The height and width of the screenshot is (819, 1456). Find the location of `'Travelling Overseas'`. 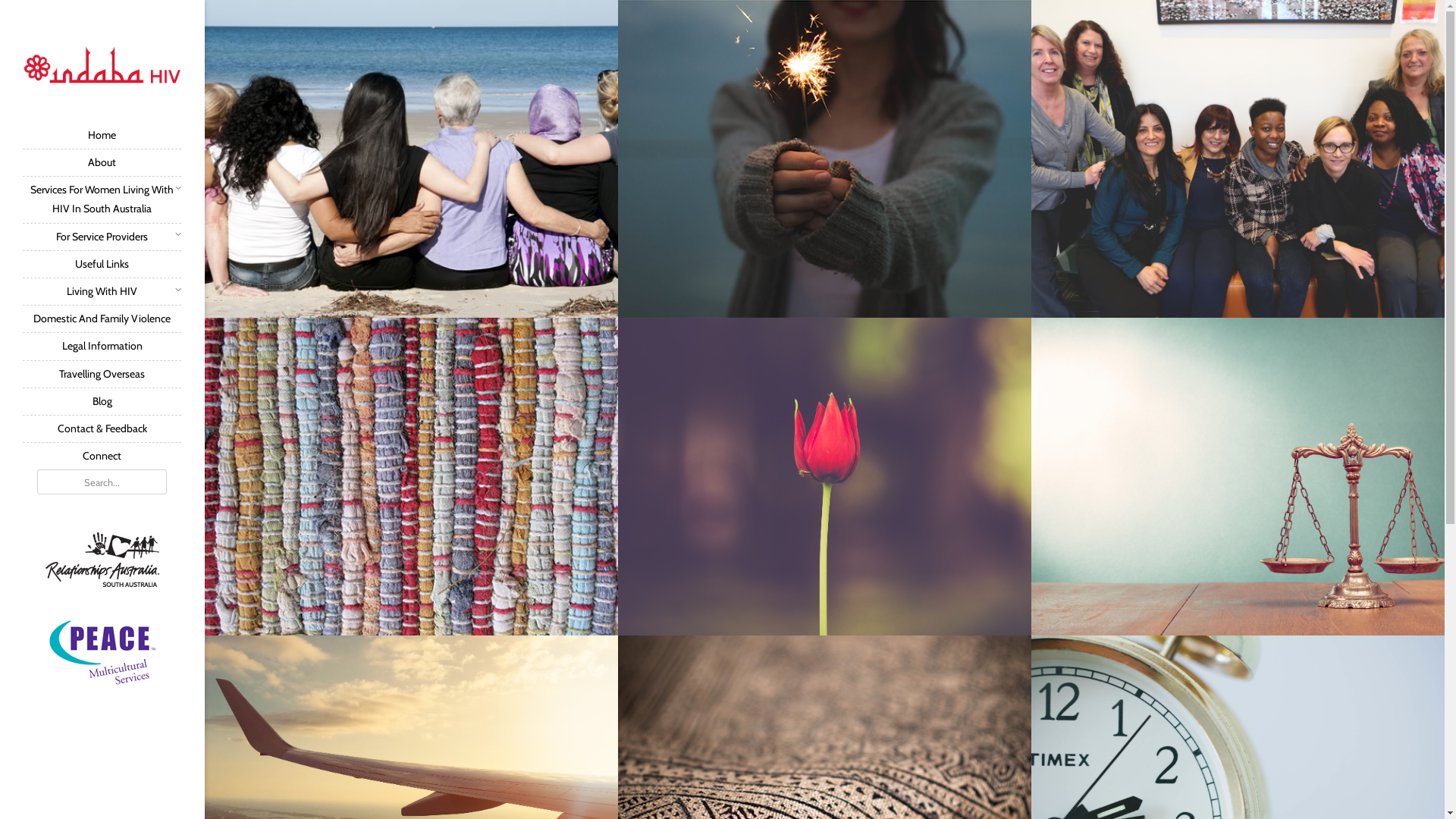

'Travelling Overseas' is located at coordinates (101, 374).